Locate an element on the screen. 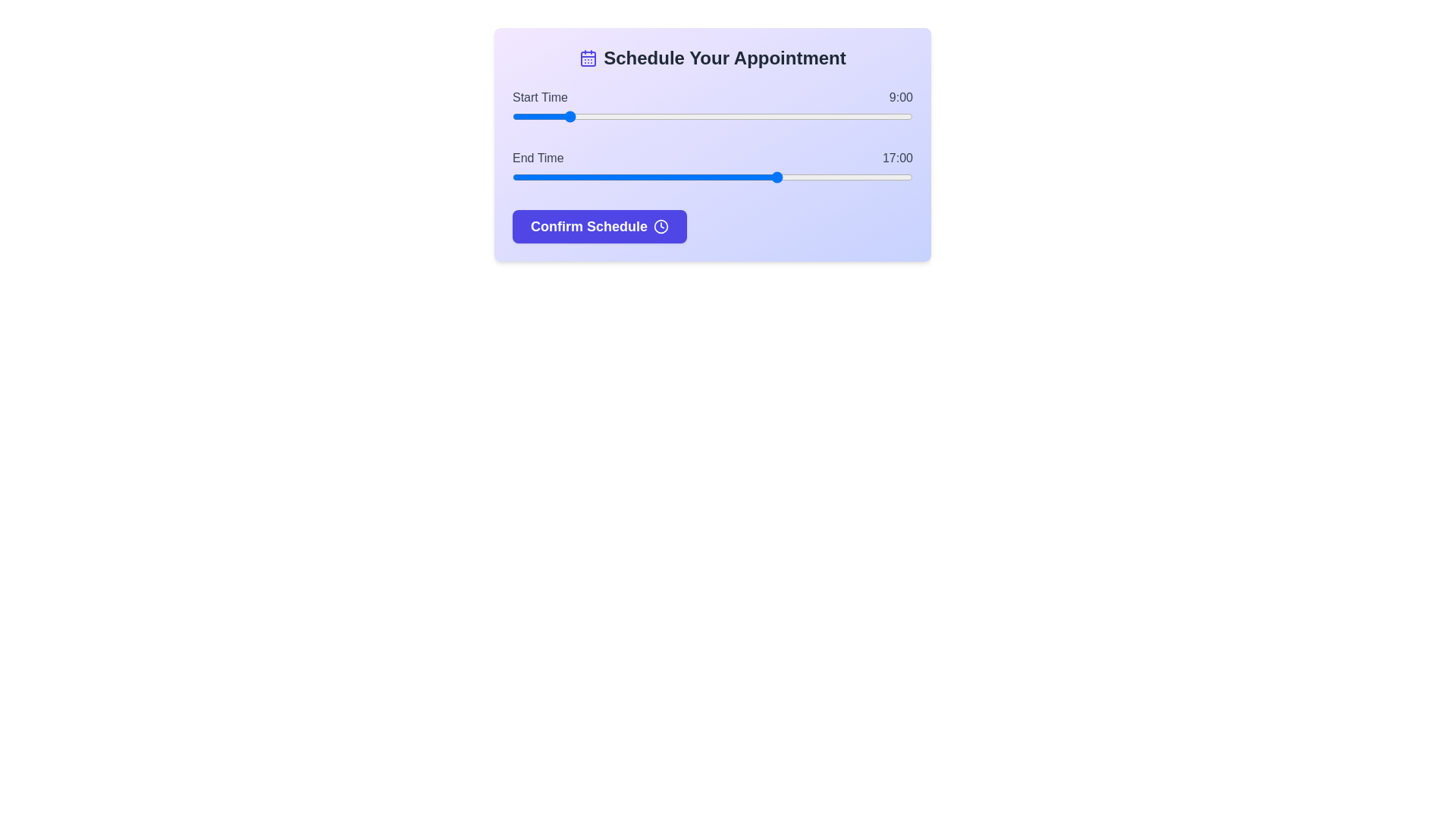 This screenshot has width=1456, height=819. the end time slider to 21 hours is located at coordinates (886, 177).